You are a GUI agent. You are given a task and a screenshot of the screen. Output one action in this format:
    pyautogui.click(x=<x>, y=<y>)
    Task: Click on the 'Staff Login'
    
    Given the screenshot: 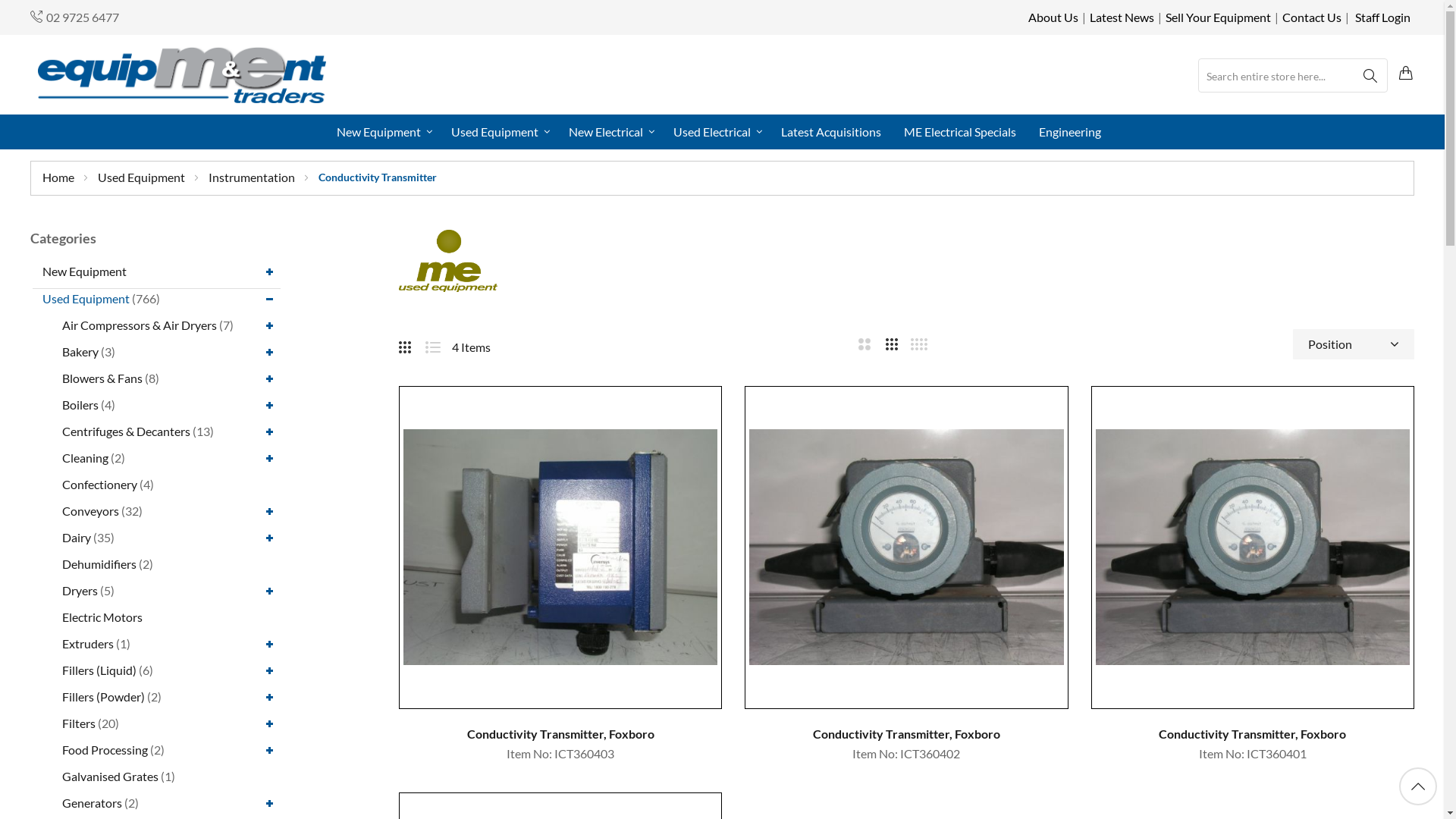 What is the action you would take?
    pyautogui.click(x=1354, y=17)
    